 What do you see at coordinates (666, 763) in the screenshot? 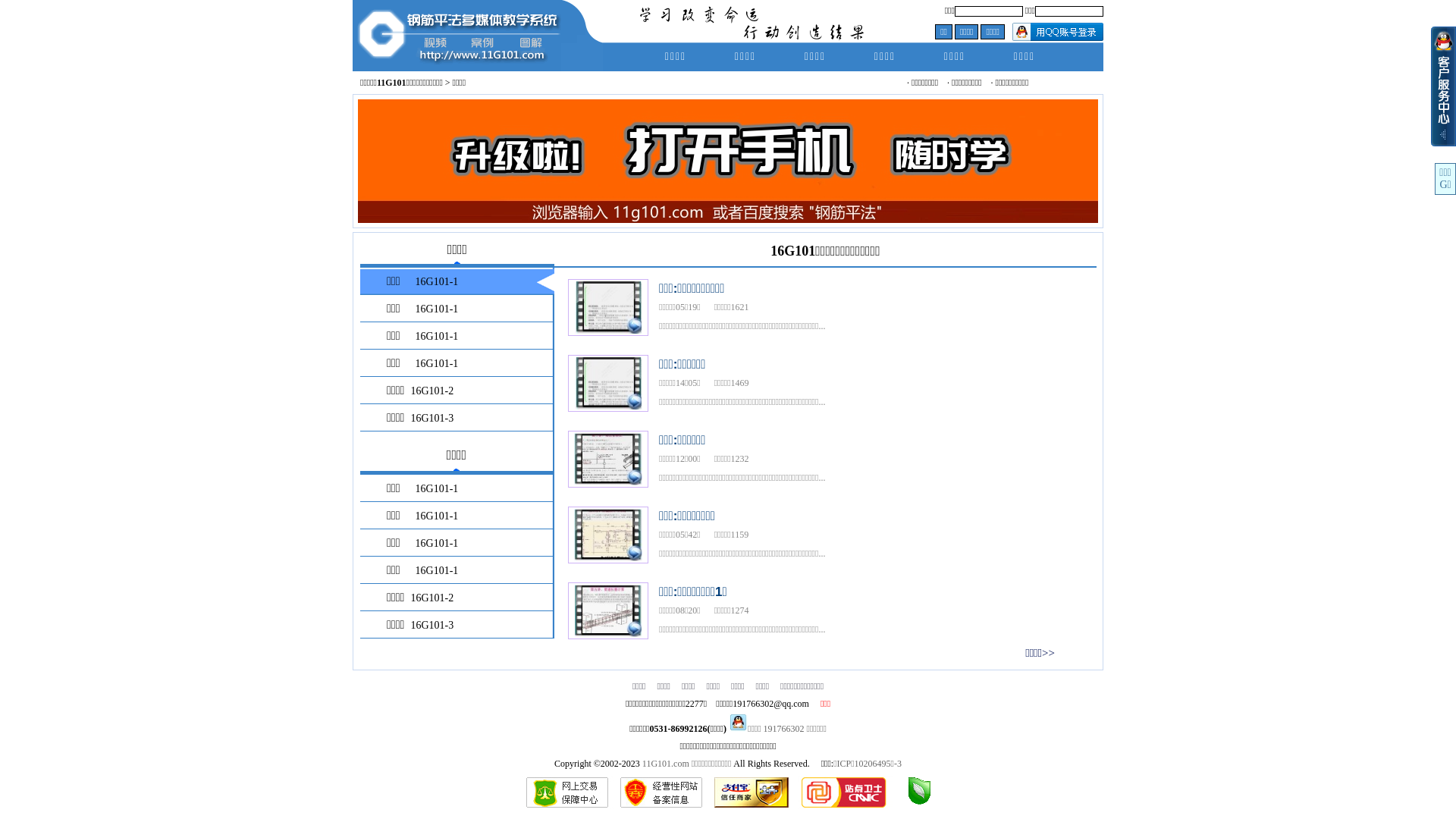
I see `'11G101.com'` at bounding box center [666, 763].